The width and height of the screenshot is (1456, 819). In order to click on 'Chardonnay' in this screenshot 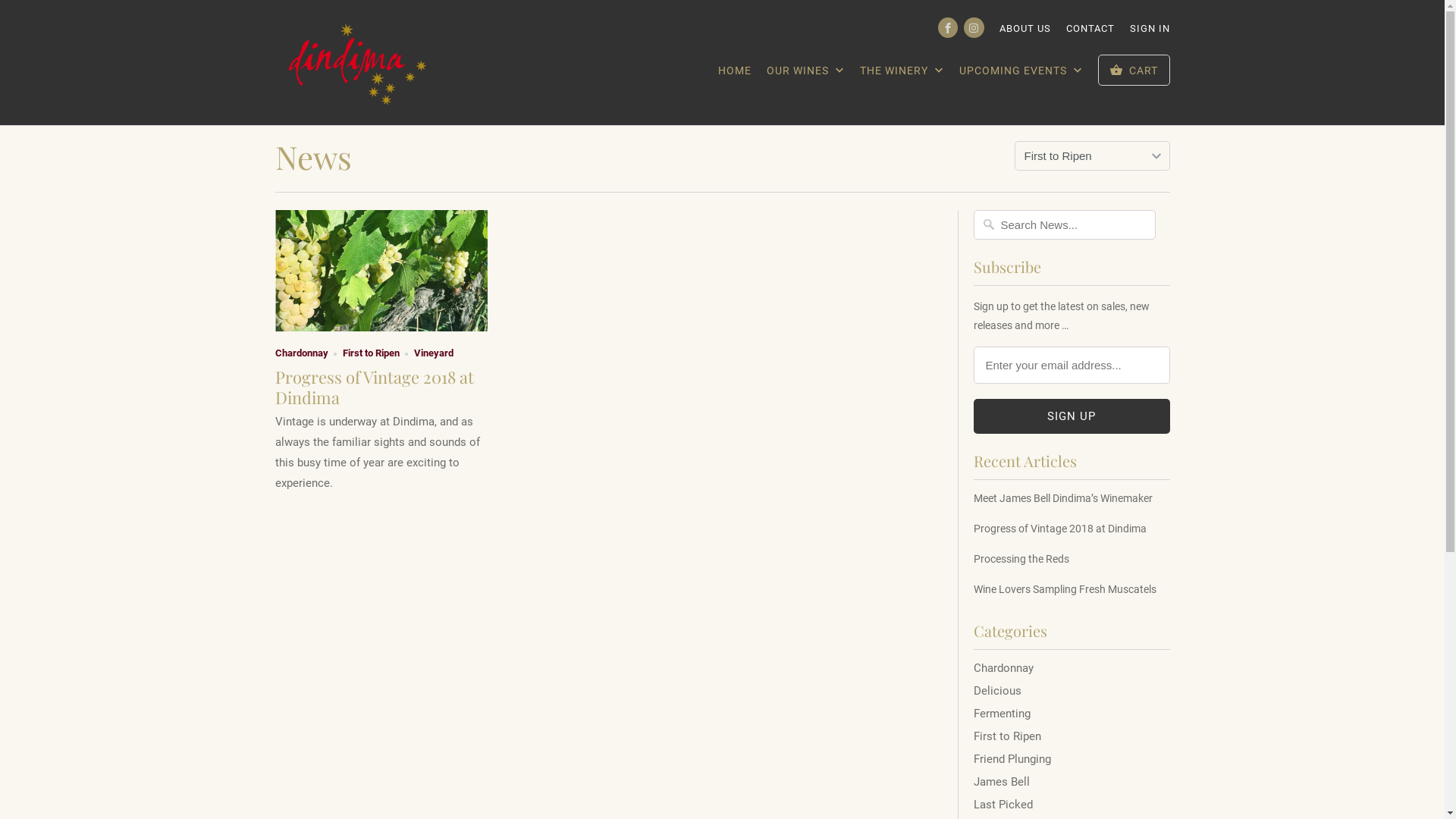, I will do `click(1003, 667)`.